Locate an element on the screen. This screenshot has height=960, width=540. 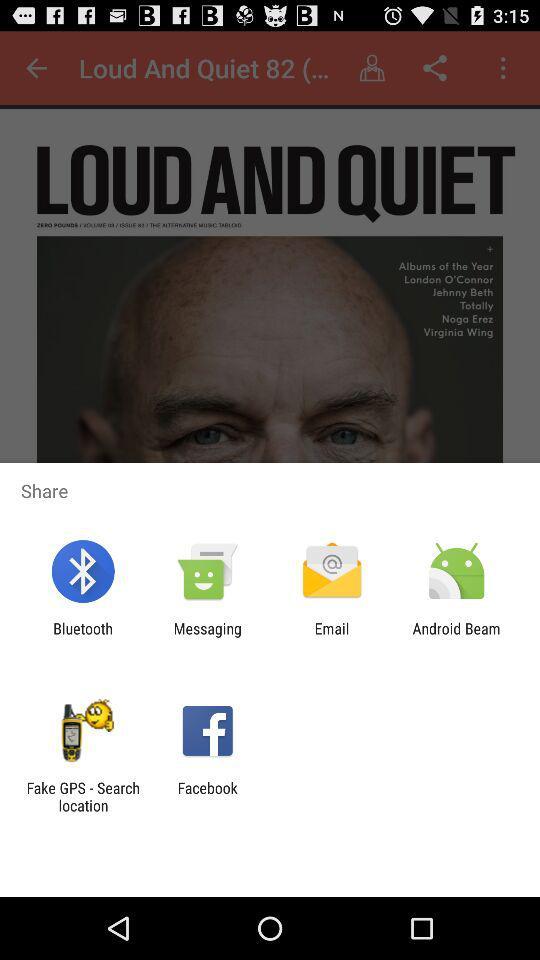
the app next to messaging item is located at coordinates (332, 636).